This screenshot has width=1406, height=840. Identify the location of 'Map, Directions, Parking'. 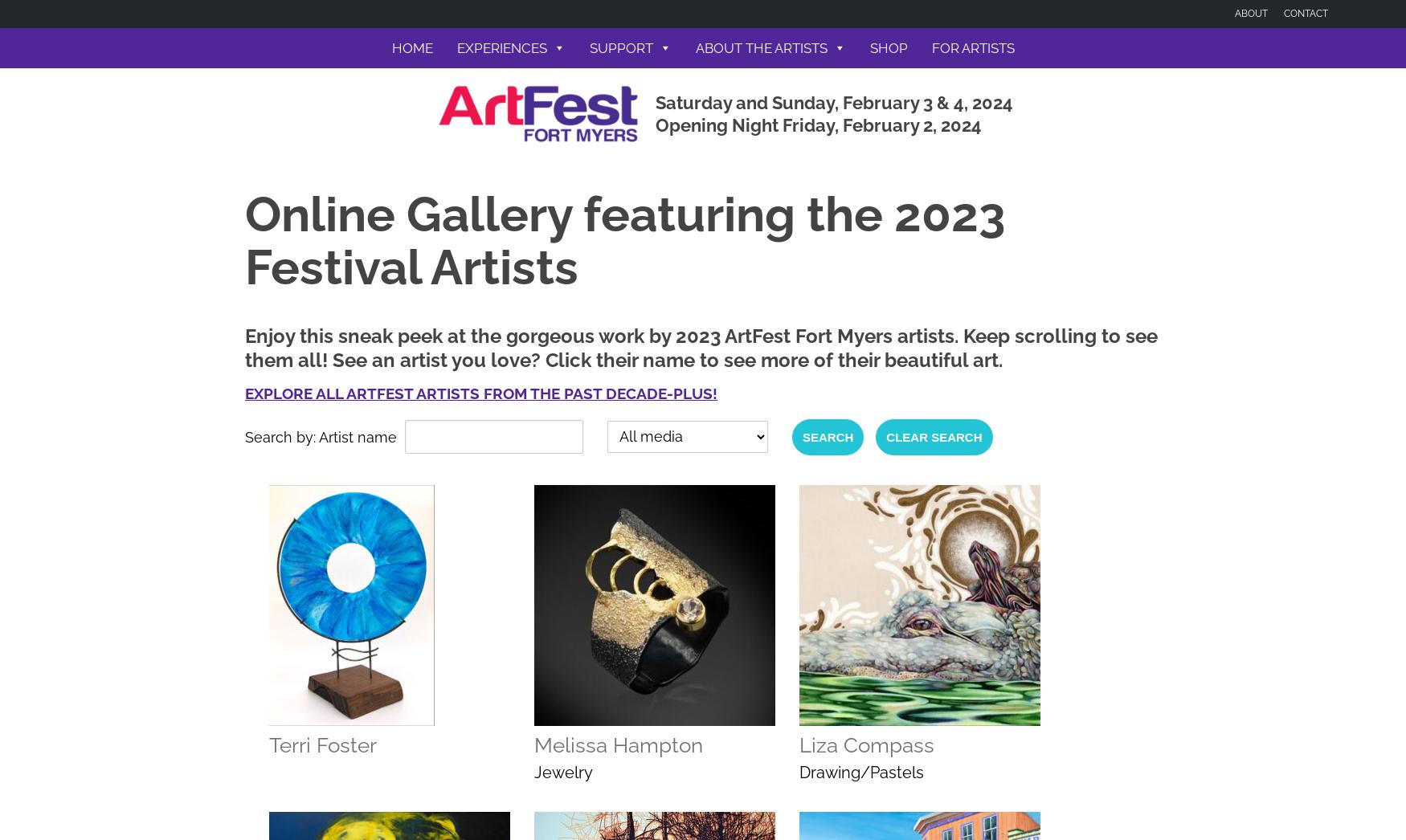
(525, 337).